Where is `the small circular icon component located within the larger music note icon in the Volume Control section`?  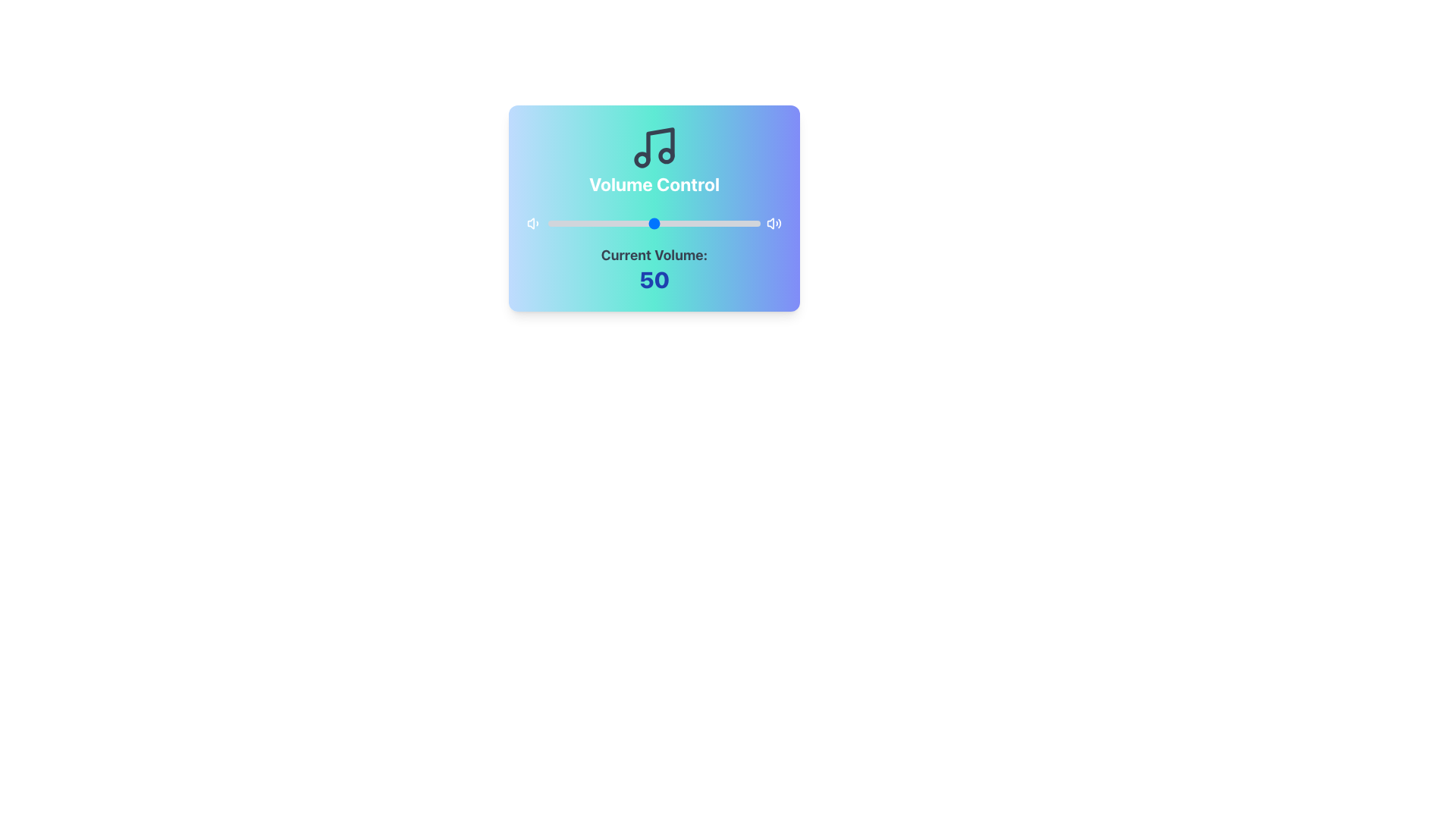 the small circular icon component located within the larger music note icon in the Volume Control section is located at coordinates (642, 160).